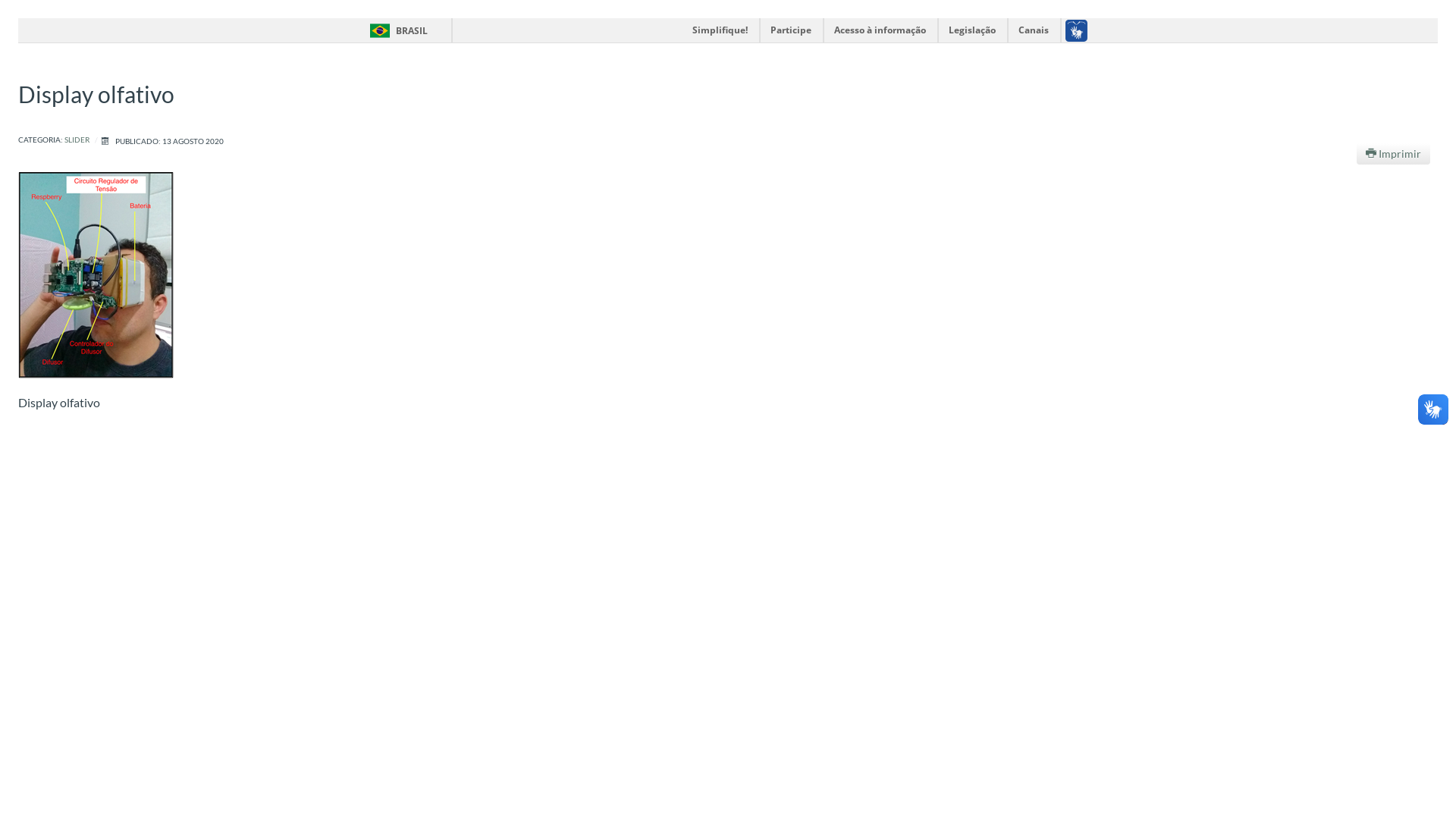 The width and height of the screenshot is (1456, 819). I want to click on 'SLIDER', so click(64, 140).